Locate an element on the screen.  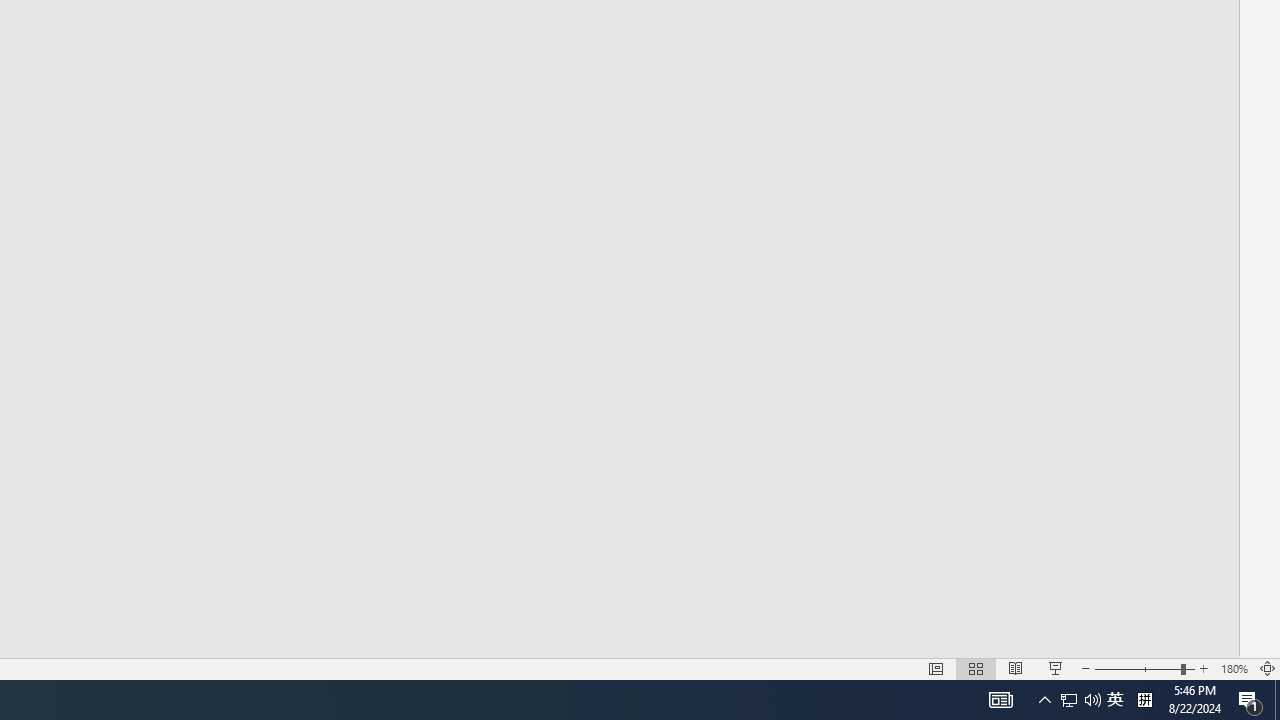
'Slide Sorter' is located at coordinates (976, 669).